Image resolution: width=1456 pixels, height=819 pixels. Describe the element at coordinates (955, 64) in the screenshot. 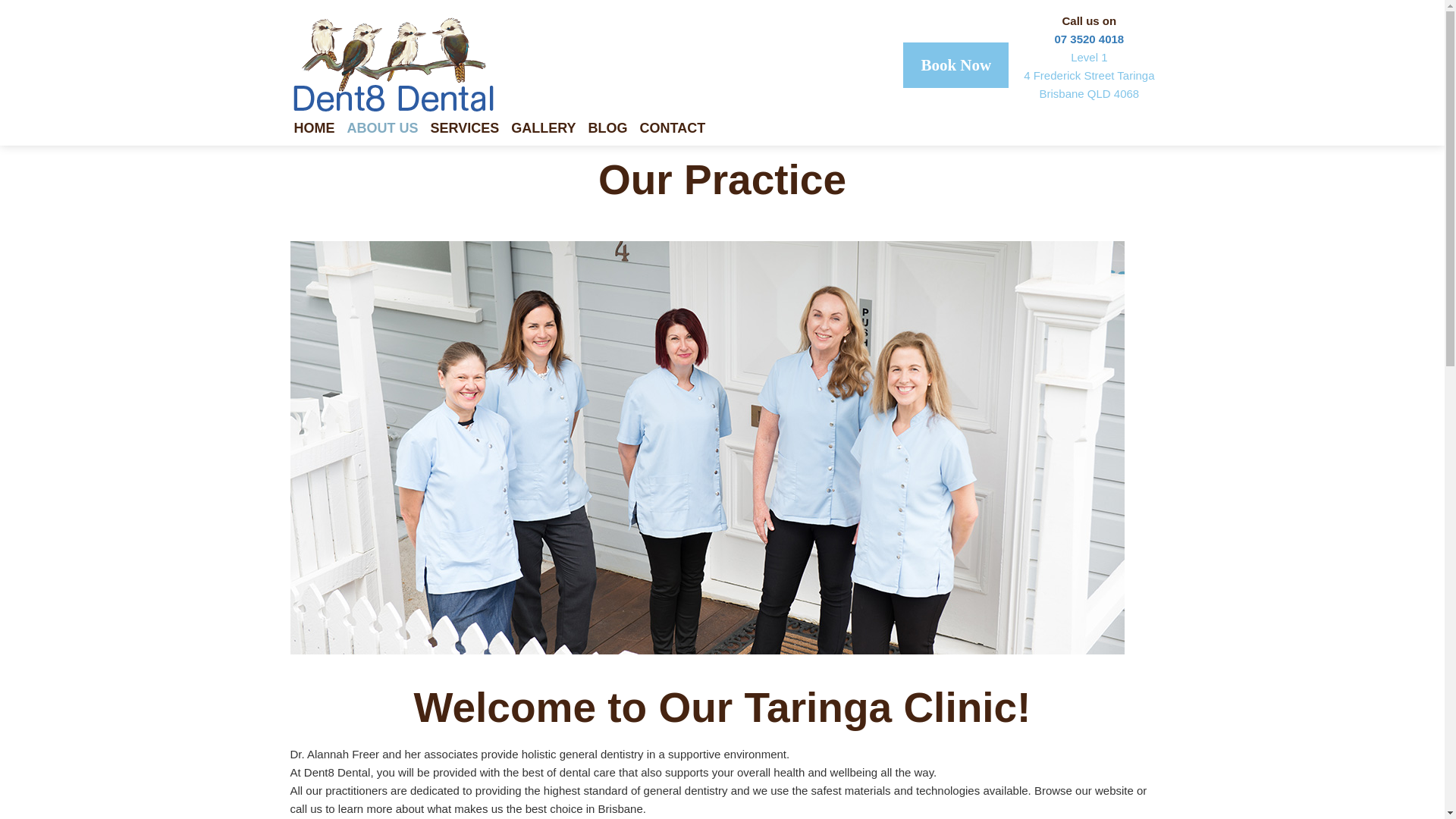

I see `'Book Now'` at that location.